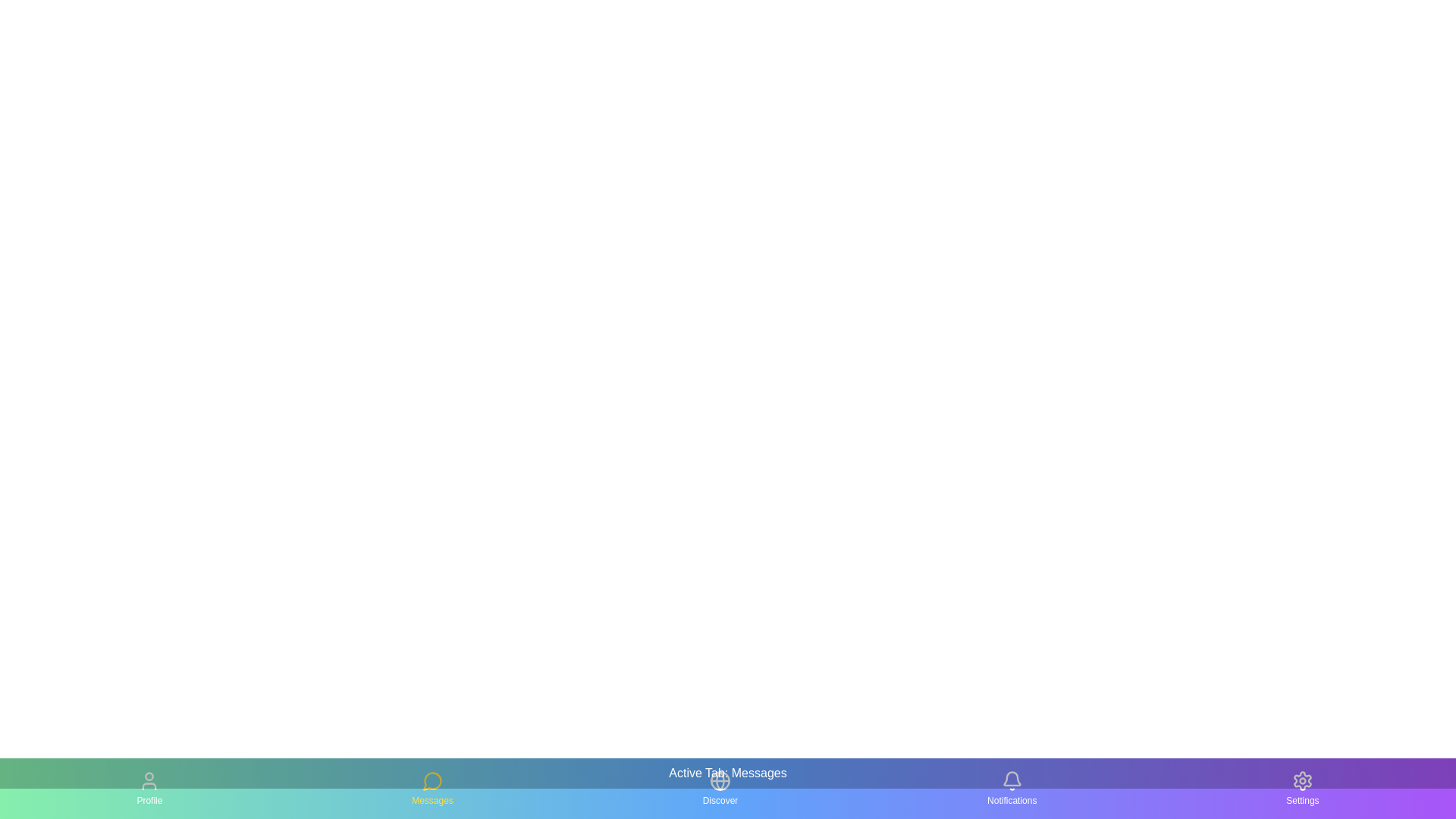  I want to click on the tab labeled Settings, so click(1302, 788).